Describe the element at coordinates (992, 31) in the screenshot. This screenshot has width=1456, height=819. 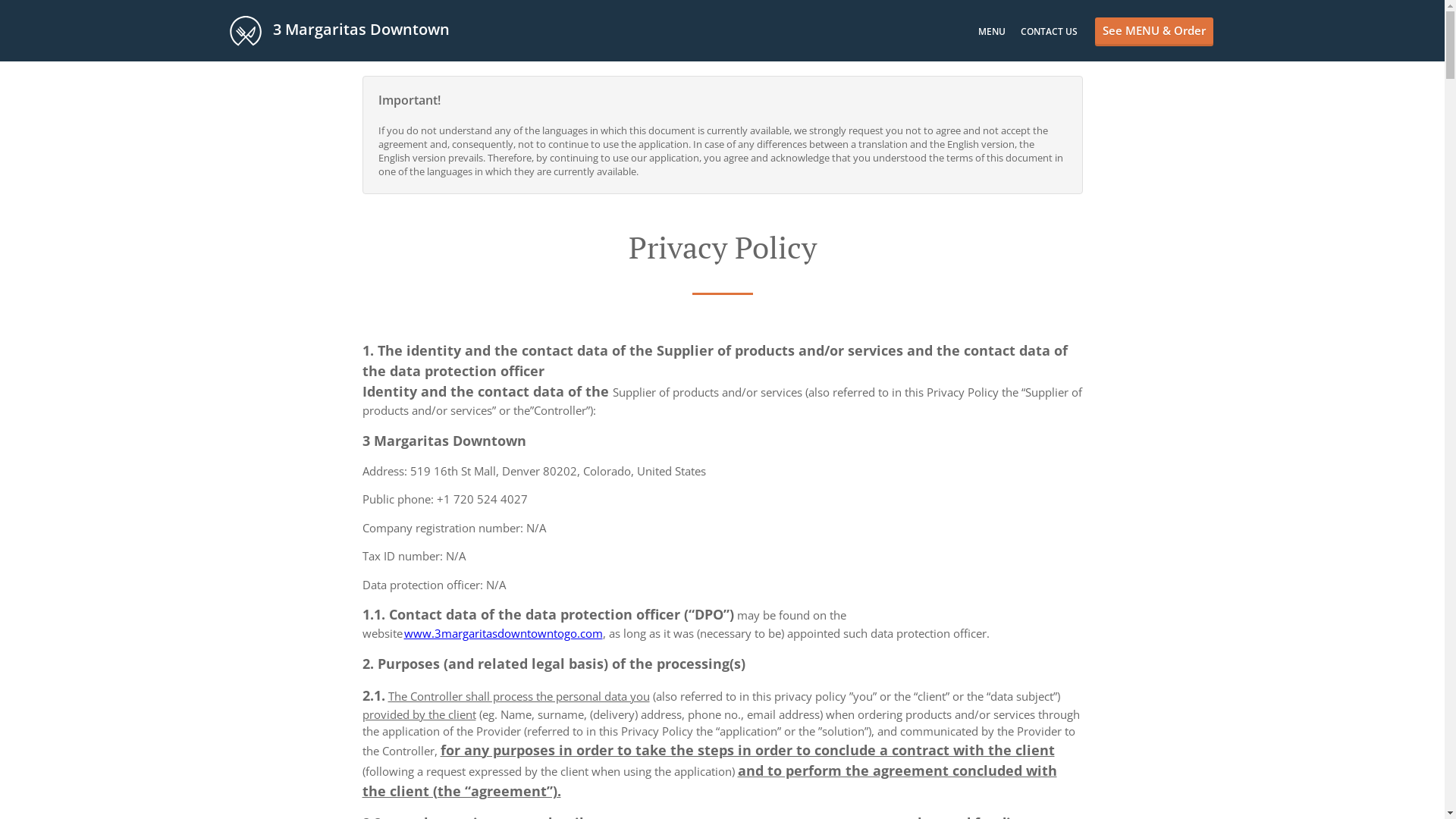
I see `'MENU'` at that location.